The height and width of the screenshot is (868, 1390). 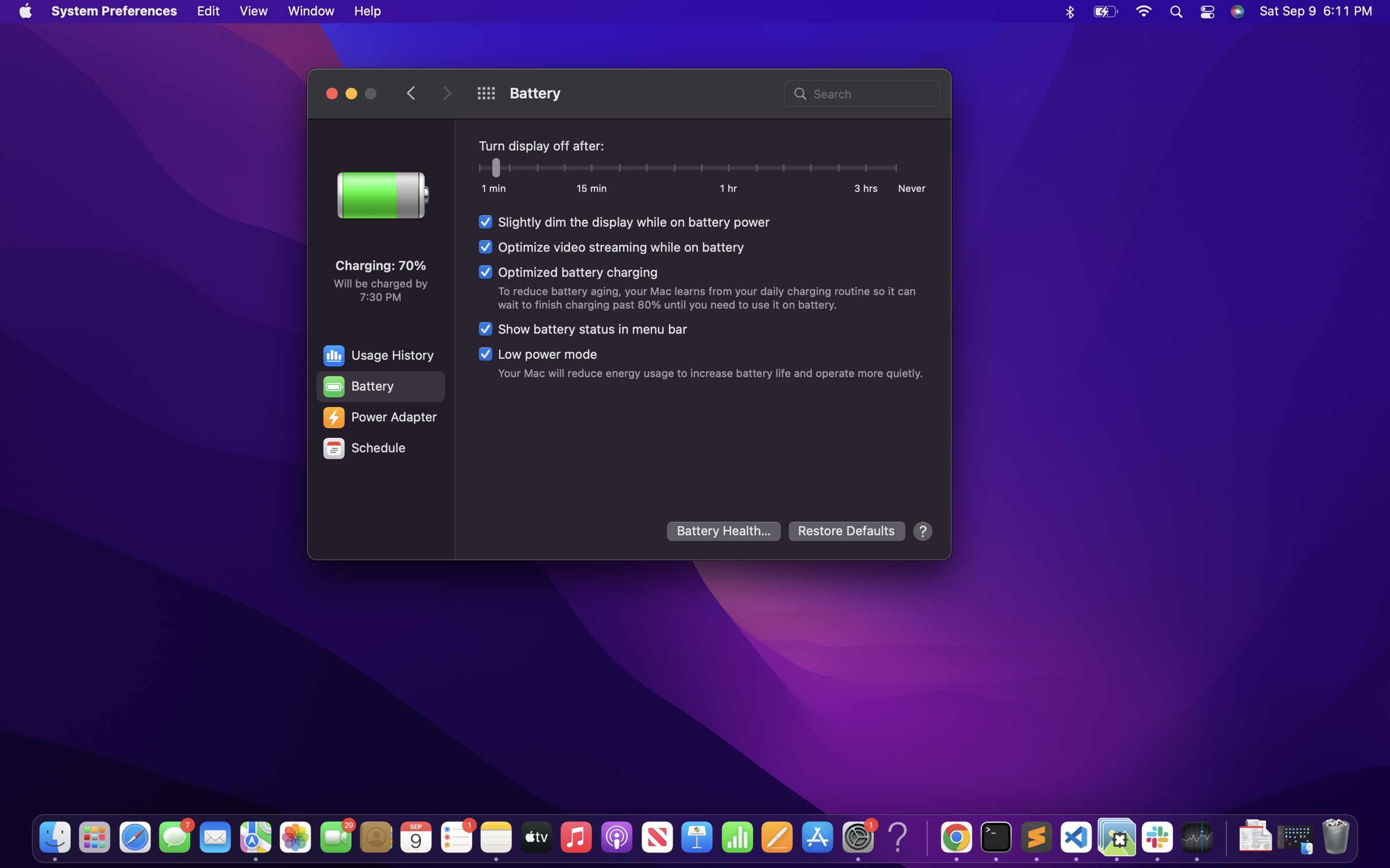 I want to click on the "optimized battery charging" option, so click(x=566, y=272).